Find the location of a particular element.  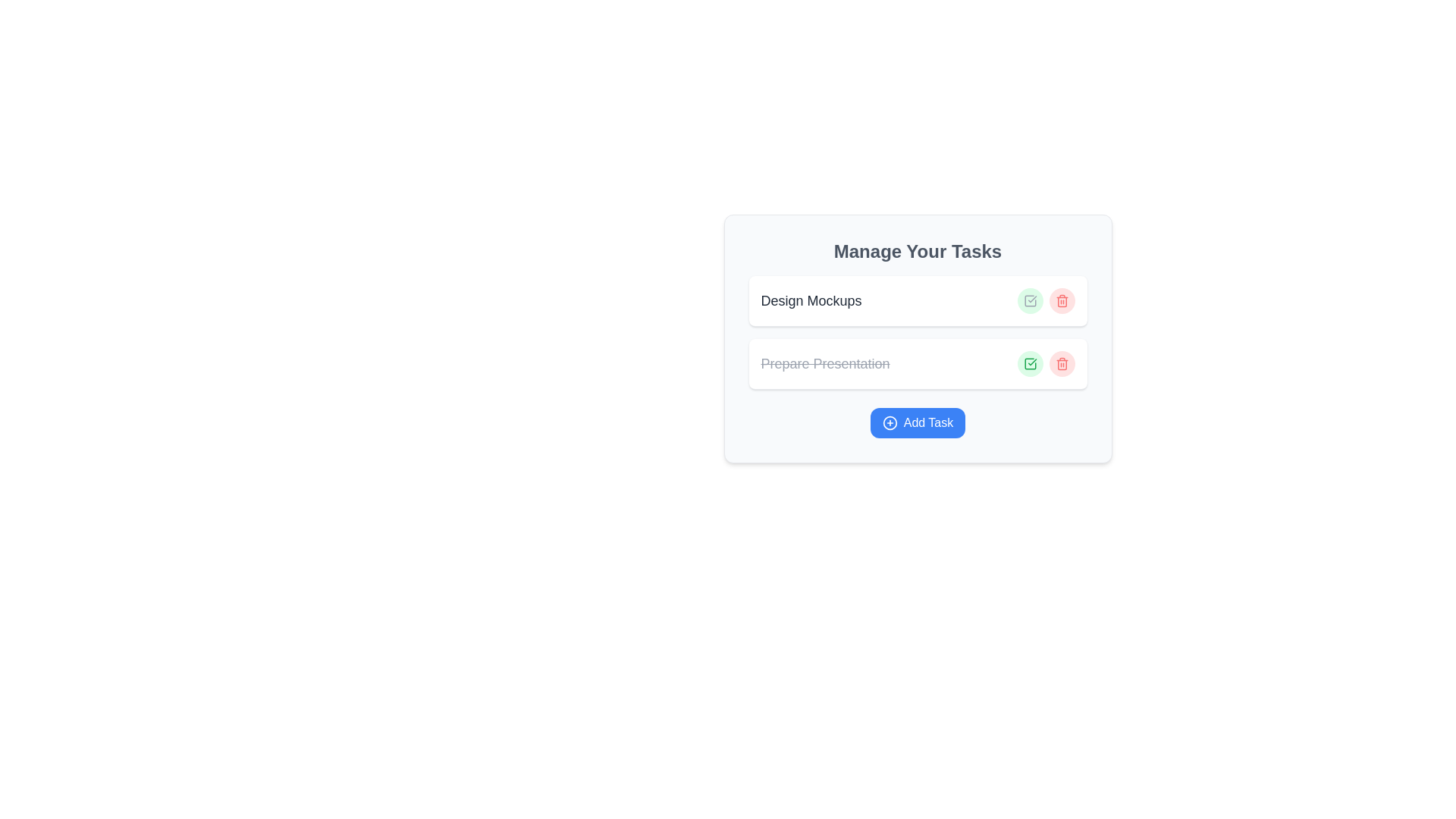

the text label in the task list, which is located in the first row next to a green checkmark and a red trash can icon is located at coordinates (811, 301).